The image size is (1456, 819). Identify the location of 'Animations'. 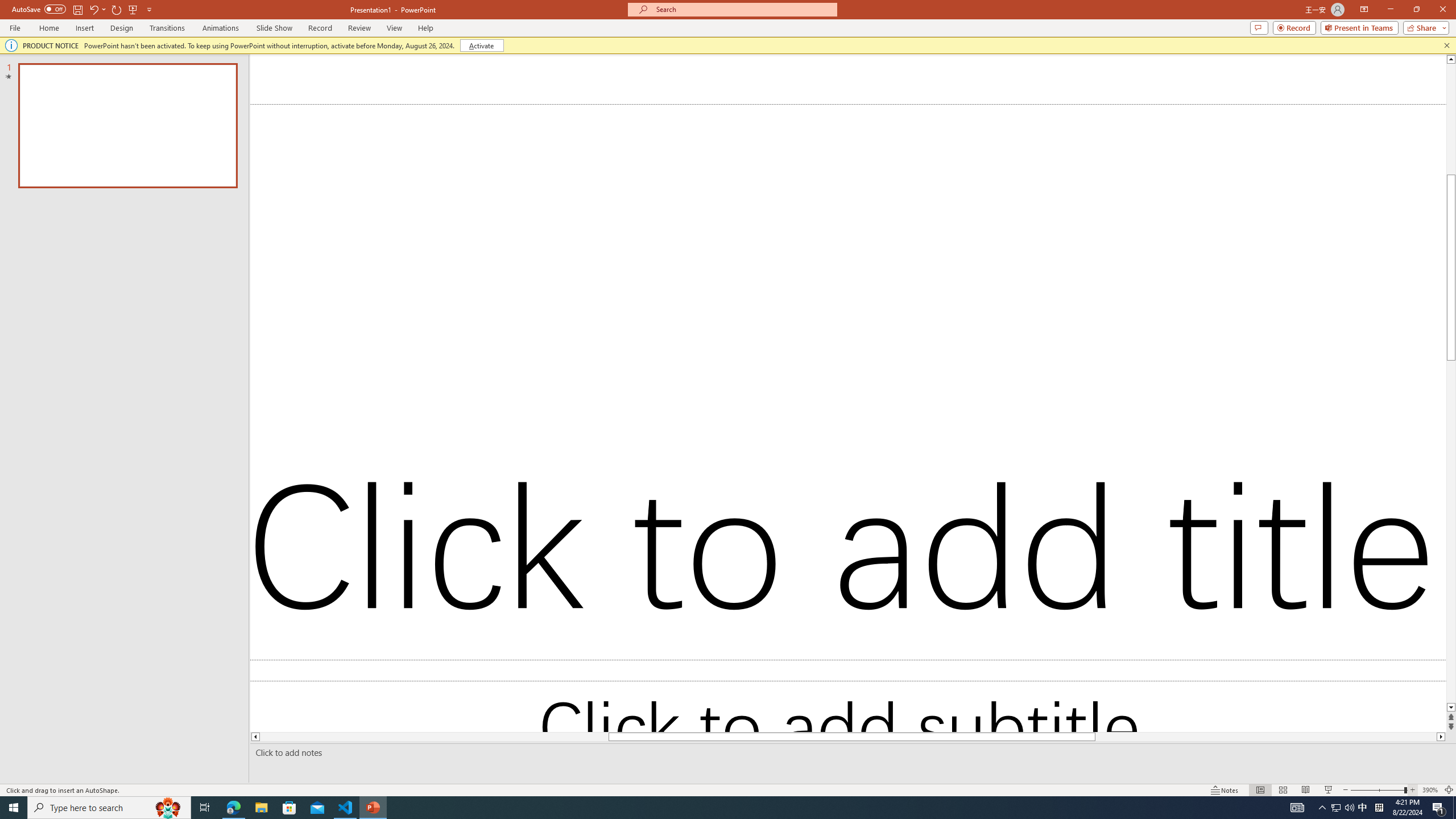
(220, 28).